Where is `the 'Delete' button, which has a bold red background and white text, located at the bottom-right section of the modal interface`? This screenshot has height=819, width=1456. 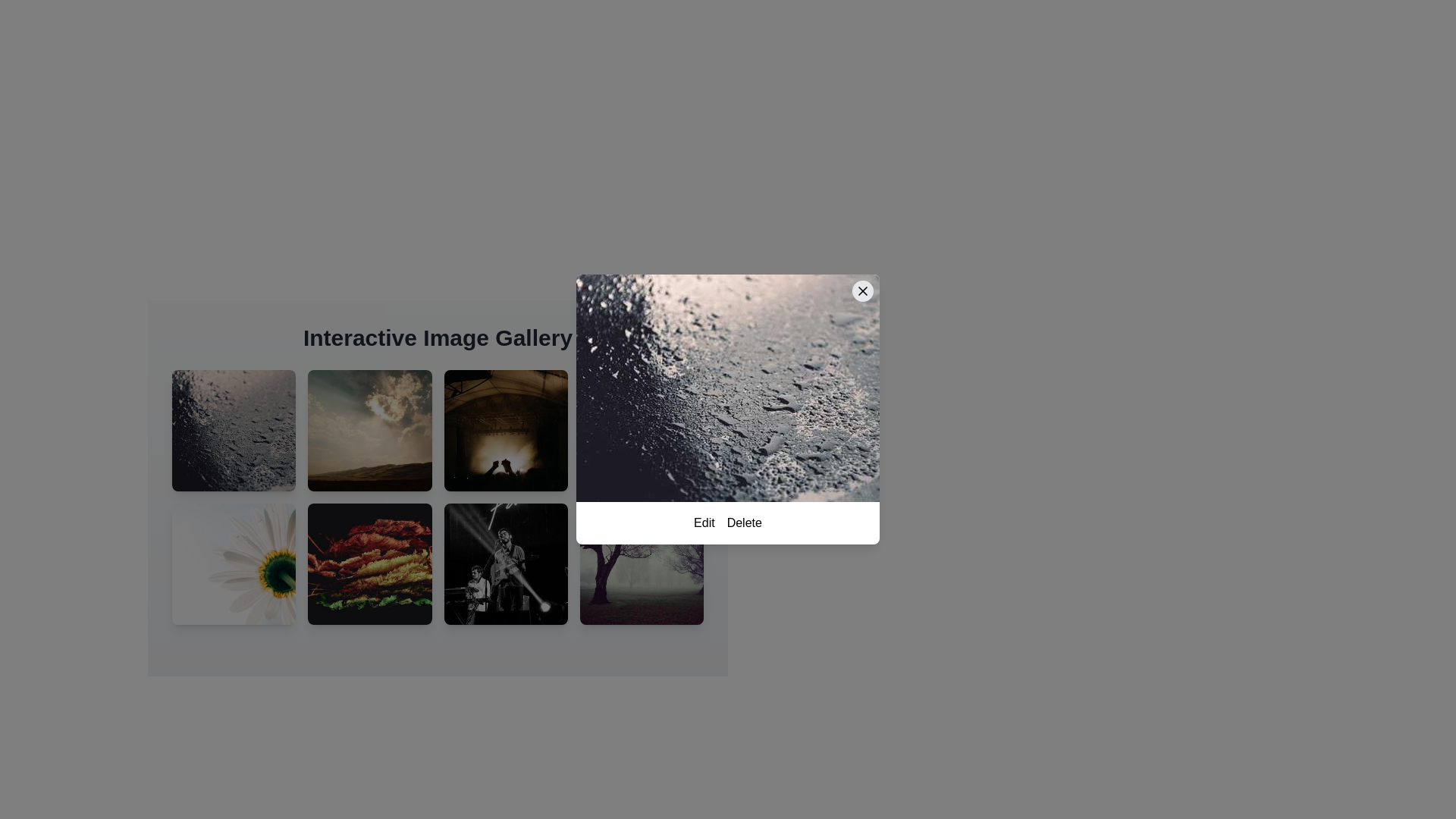
the 'Delete' button, which has a bold red background and white text, located at the bottom-right section of the modal interface is located at coordinates (744, 522).